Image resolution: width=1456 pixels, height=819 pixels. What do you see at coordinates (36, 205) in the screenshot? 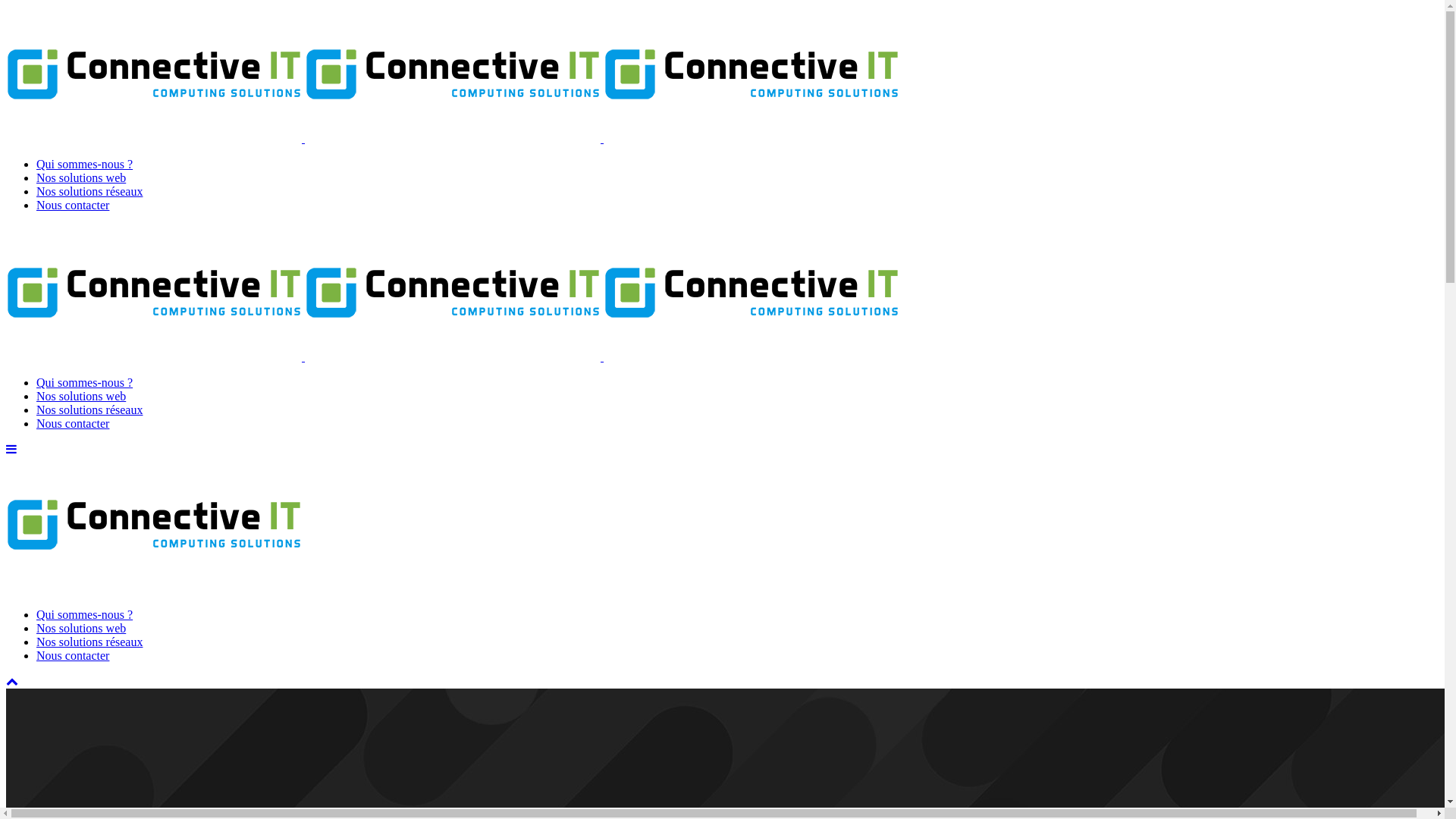
I see `'Nous contacter'` at bounding box center [36, 205].